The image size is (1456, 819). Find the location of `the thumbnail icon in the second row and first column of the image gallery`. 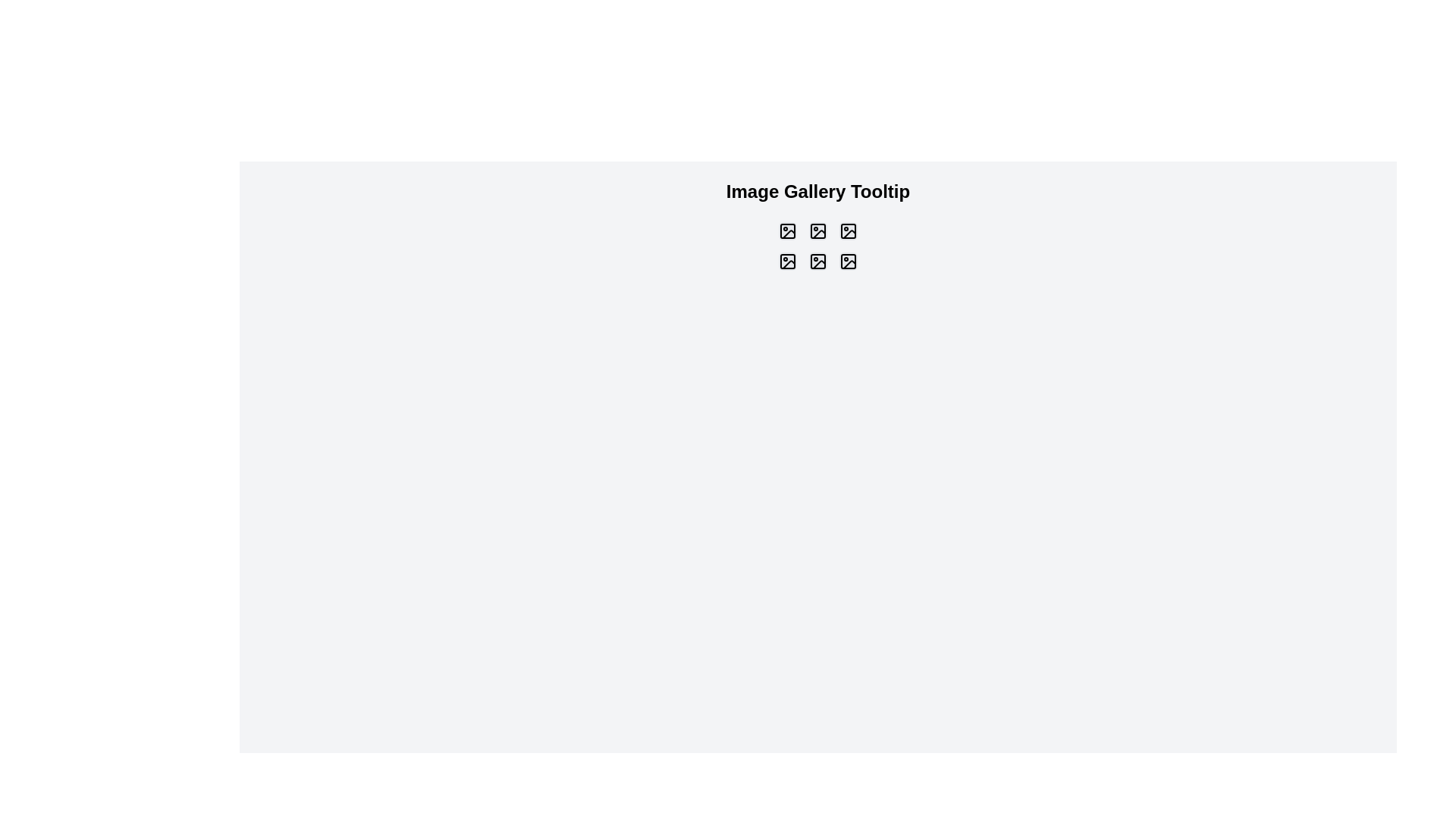

the thumbnail icon in the second row and first column of the image gallery is located at coordinates (787, 260).